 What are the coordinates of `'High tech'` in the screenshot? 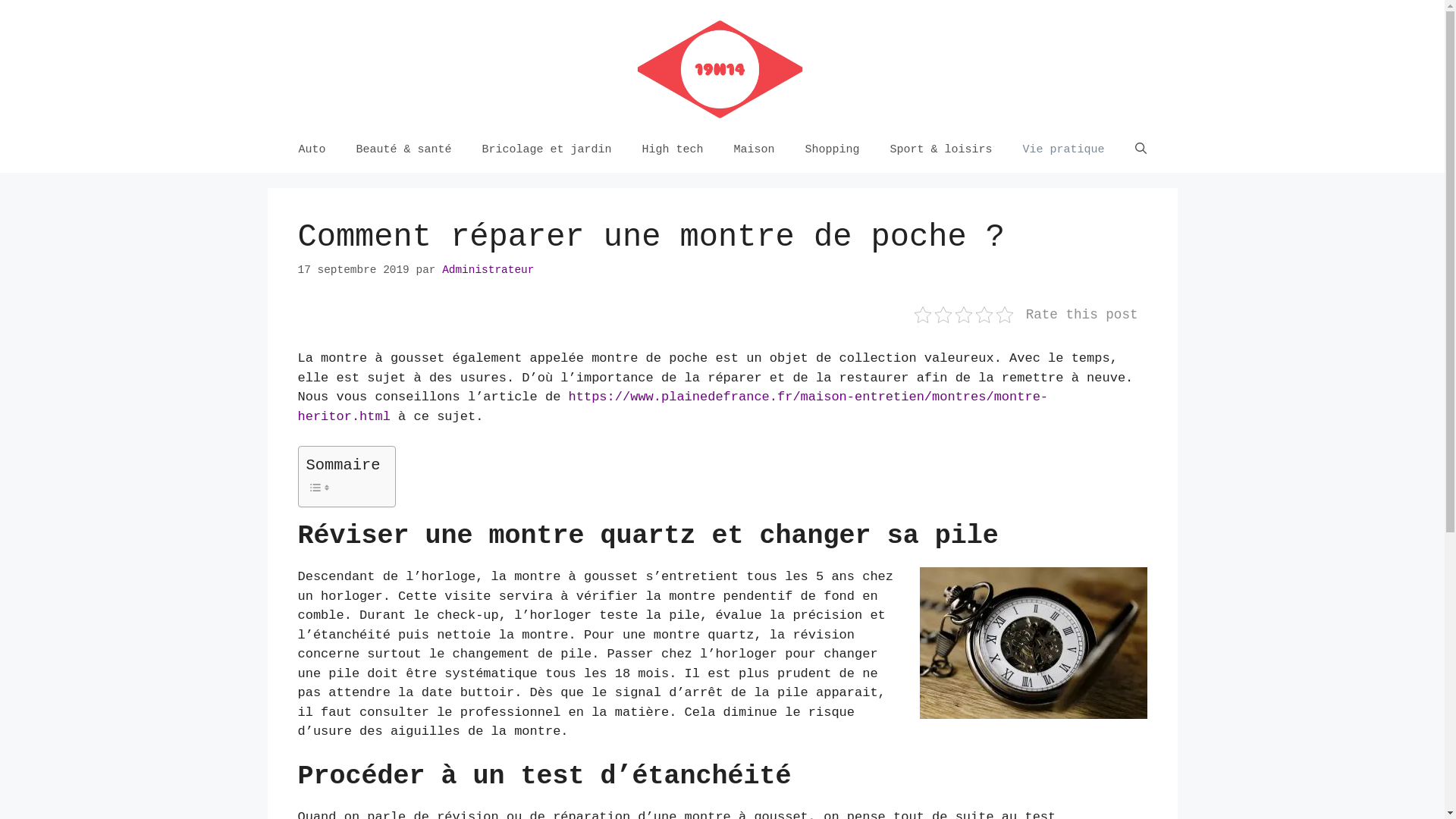 It's located at (671, 149).